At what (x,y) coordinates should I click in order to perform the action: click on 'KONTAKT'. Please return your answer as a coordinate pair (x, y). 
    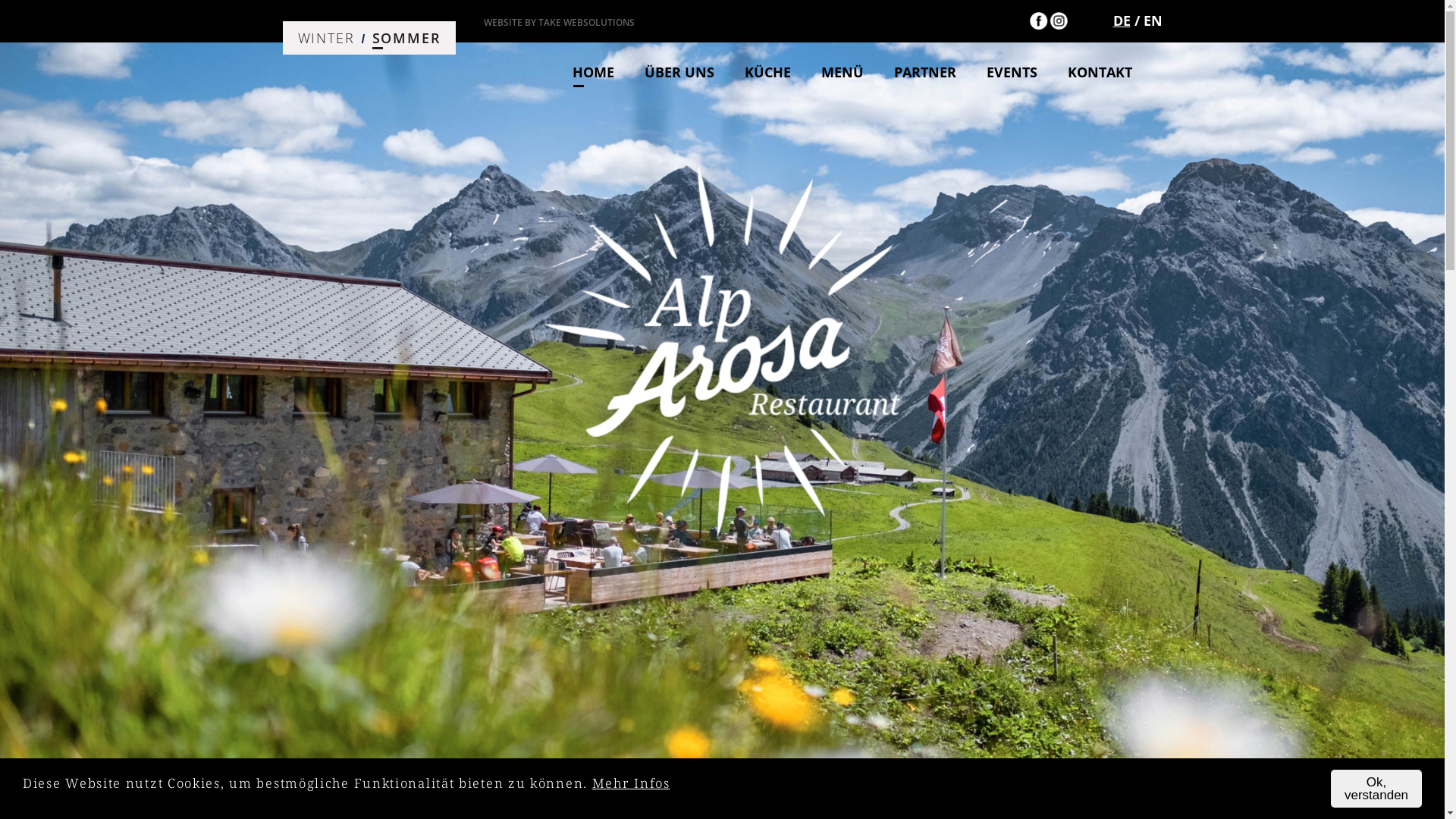
    Looking at the image, I should click on (1066, 72).